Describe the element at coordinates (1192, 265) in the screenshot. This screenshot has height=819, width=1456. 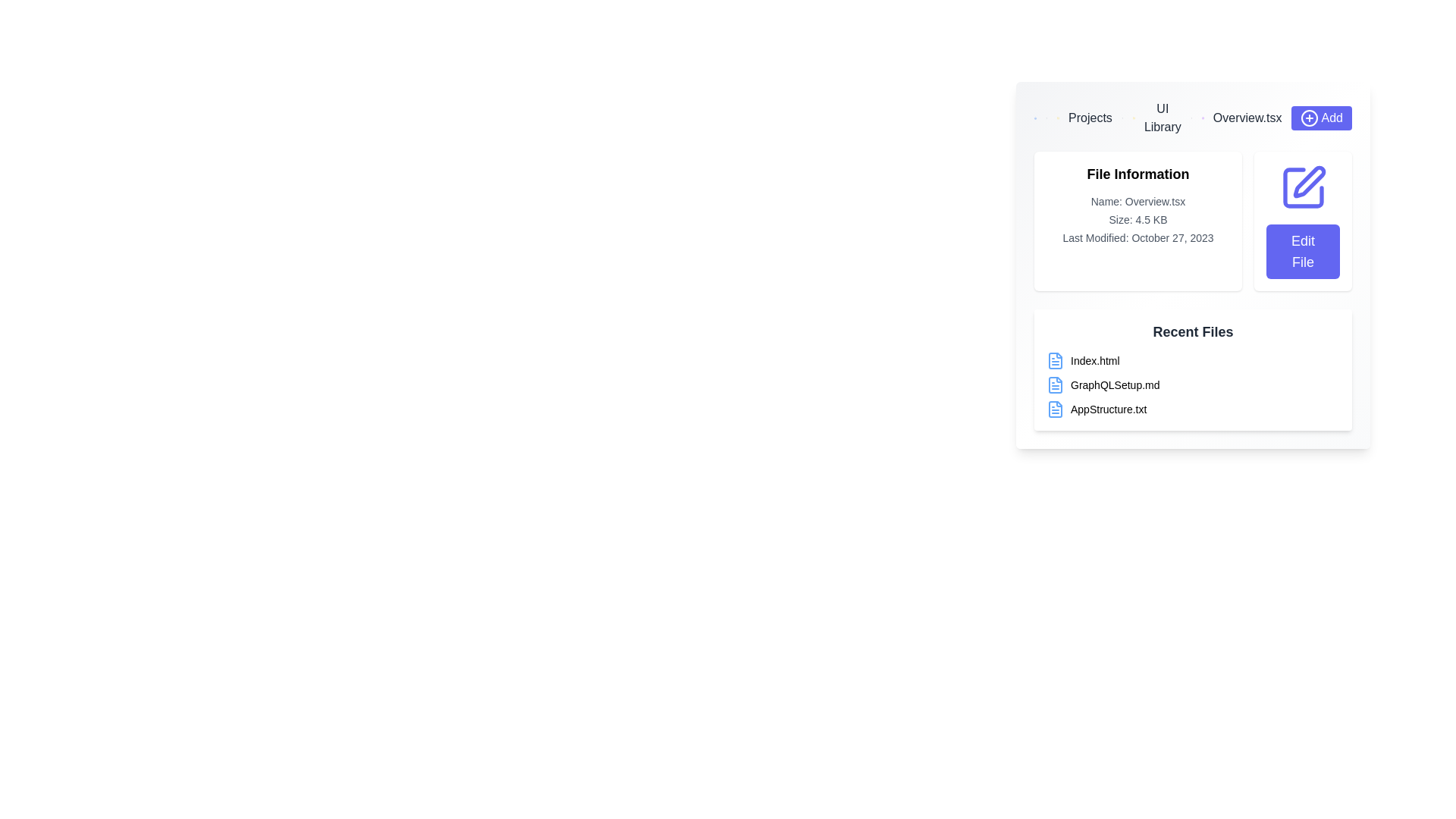
I see `the interactive button within the prominent card that displays detailed information about a specific file, located at the center of the UI` at that location.